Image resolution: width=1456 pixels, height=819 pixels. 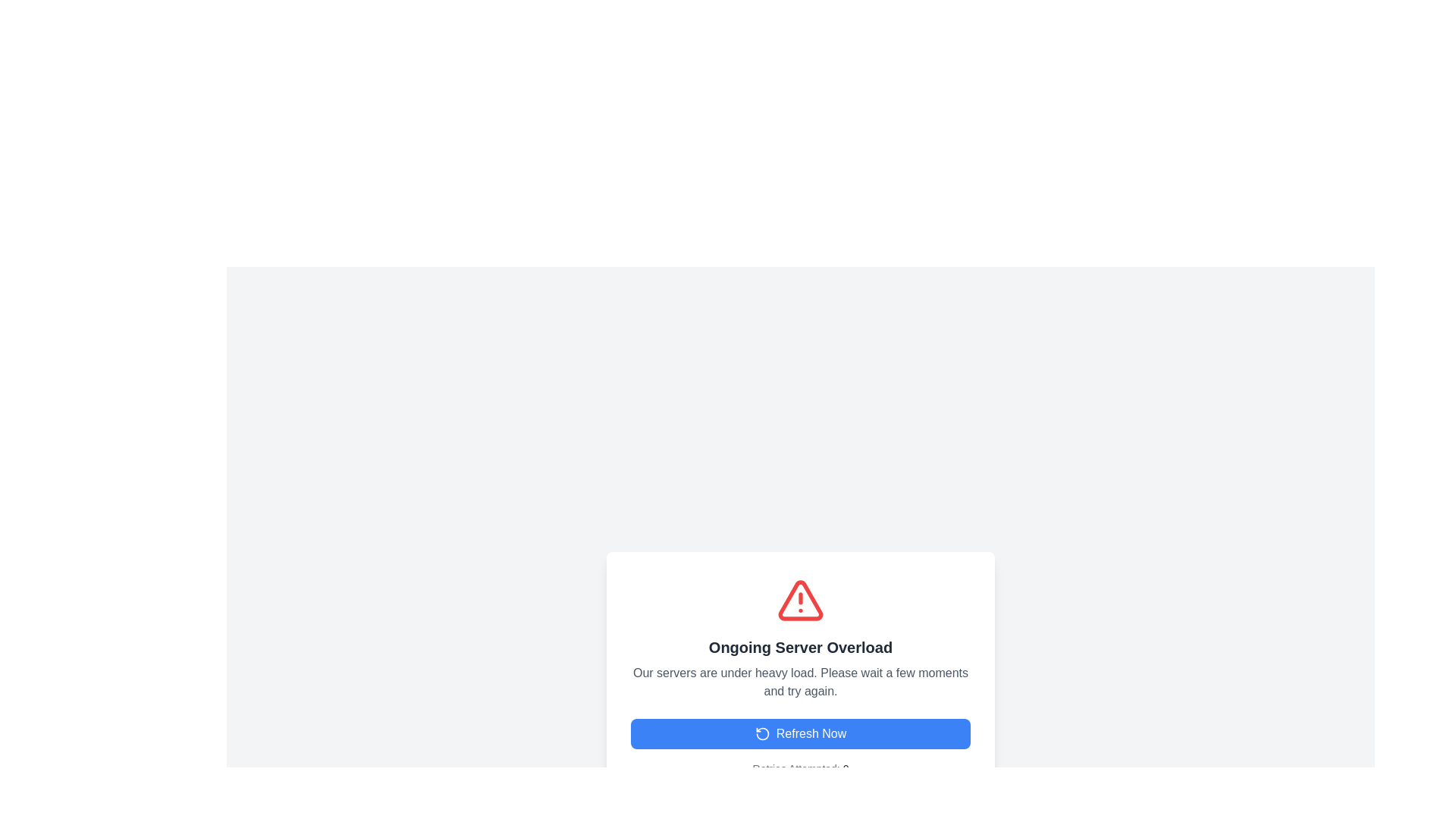 What do you see at coordinates (800, 681) in the screenshot?
I see `the text message that reads 'Our servers are under heavy load. Please wait a few moments and try again.', which is styled with centered alignment and gray color, located below the title 'Ongoing Server Overload'` at bounding box center [800, 681].